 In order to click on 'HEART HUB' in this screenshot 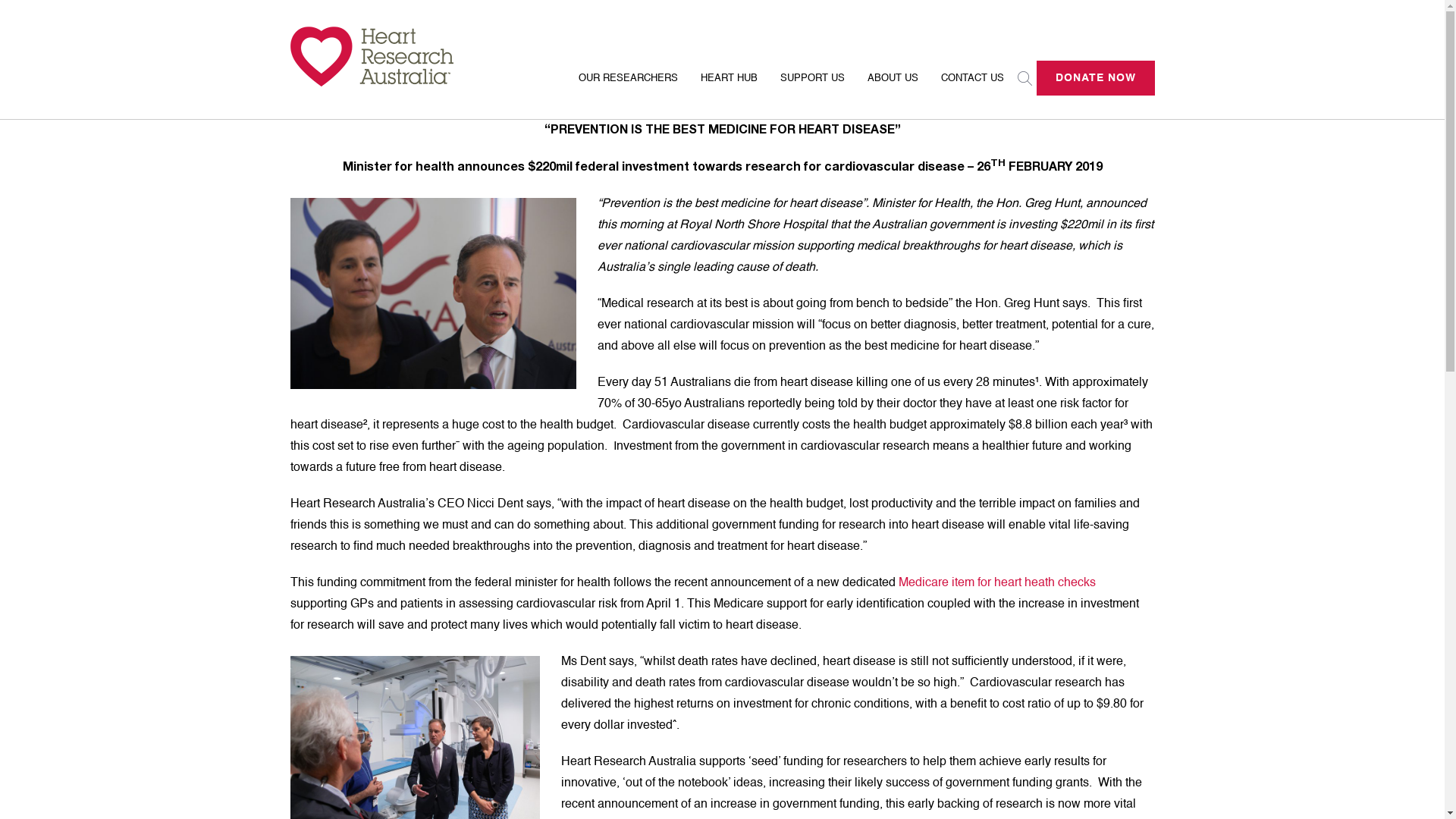, I will do `click(728, 88)`.